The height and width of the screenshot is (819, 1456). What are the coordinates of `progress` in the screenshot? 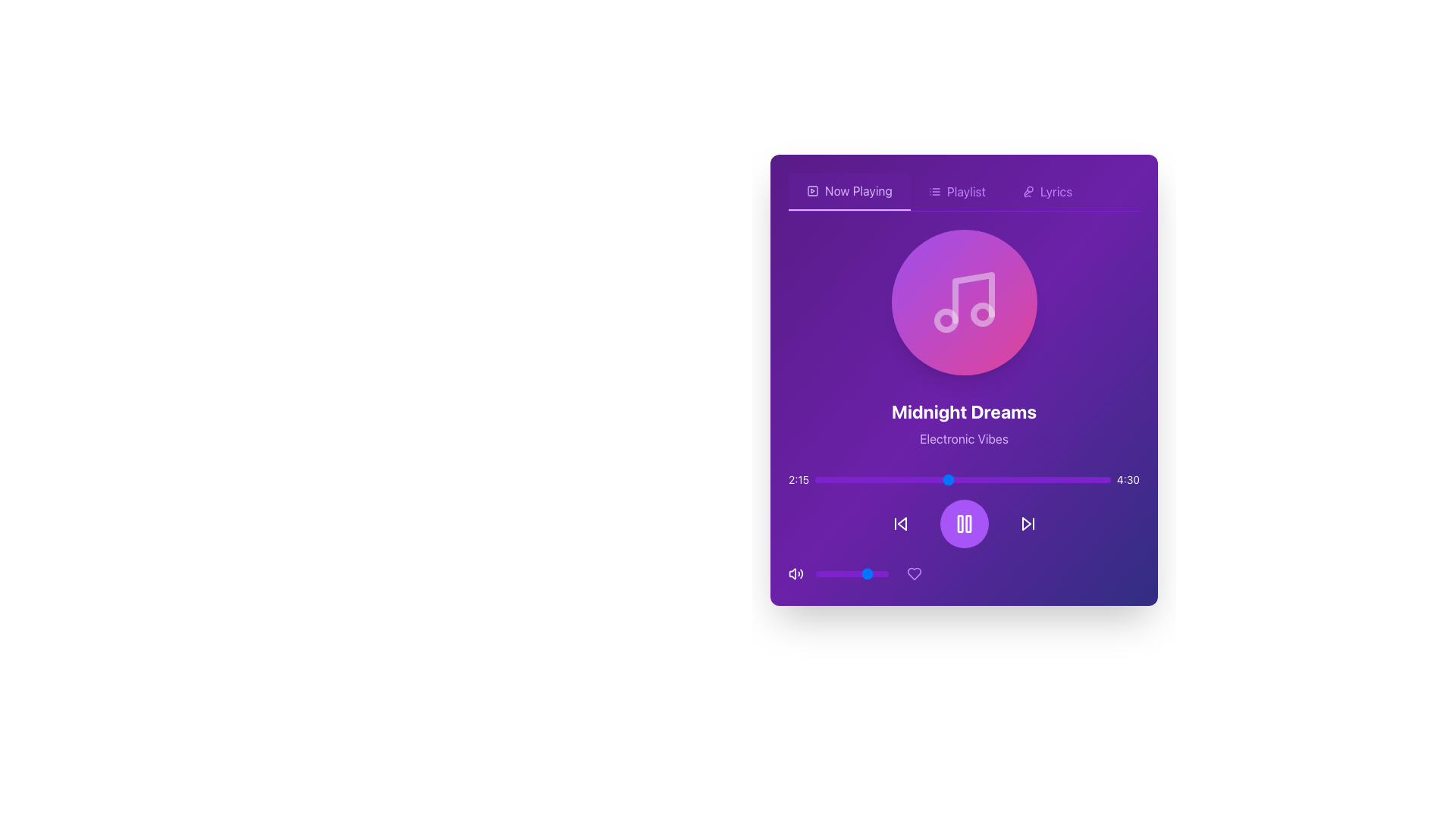 It's located at (823, 479).